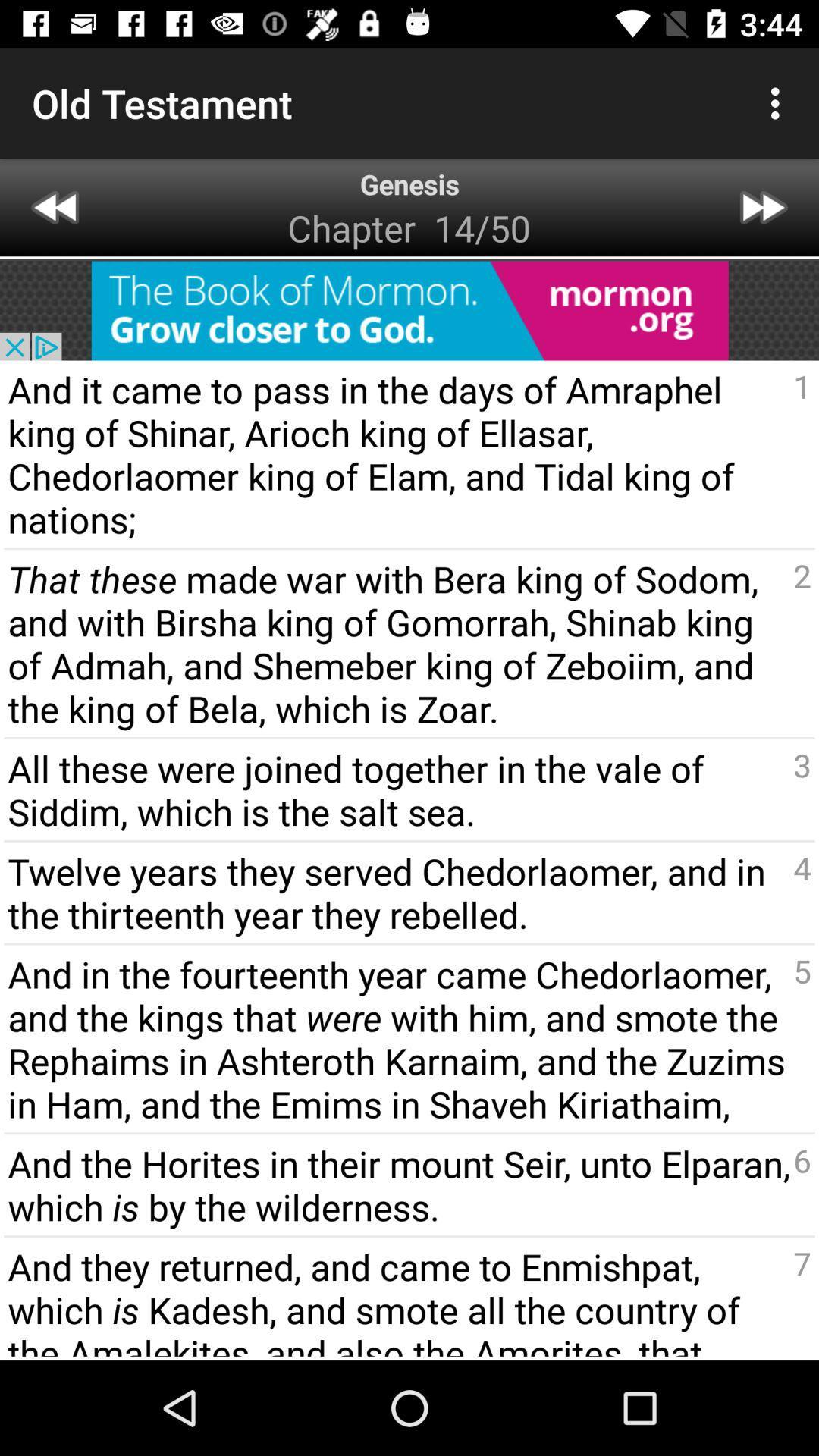 This screenshot has width=819, height=1456. I want to click on advertisement, so click(409, 309).